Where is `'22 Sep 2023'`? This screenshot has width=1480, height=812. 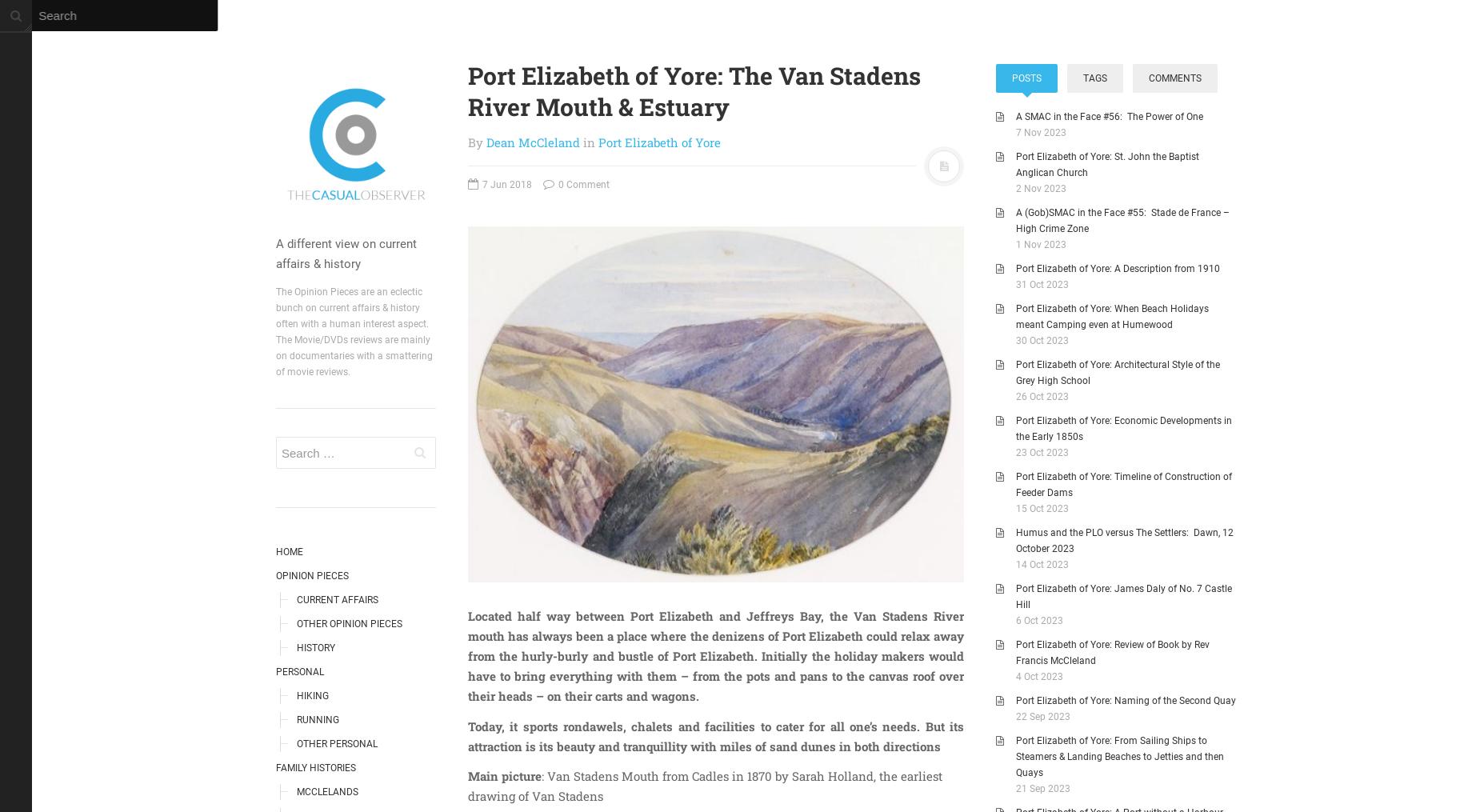
'22 Sep 2023' is located at coordinates (1042, 716).